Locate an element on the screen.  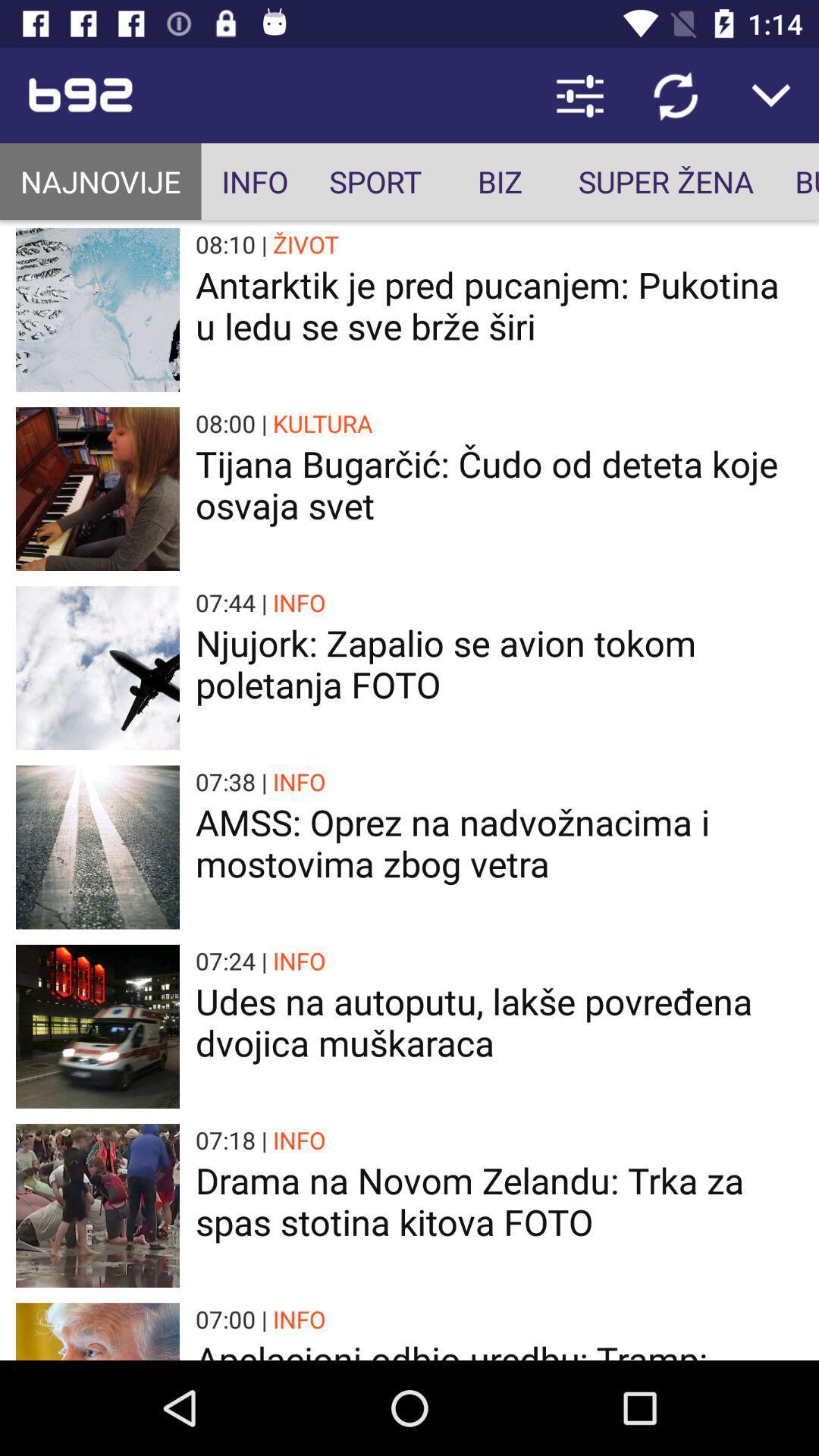
the icon above the najnovije item is located at coordinates (162, 94).